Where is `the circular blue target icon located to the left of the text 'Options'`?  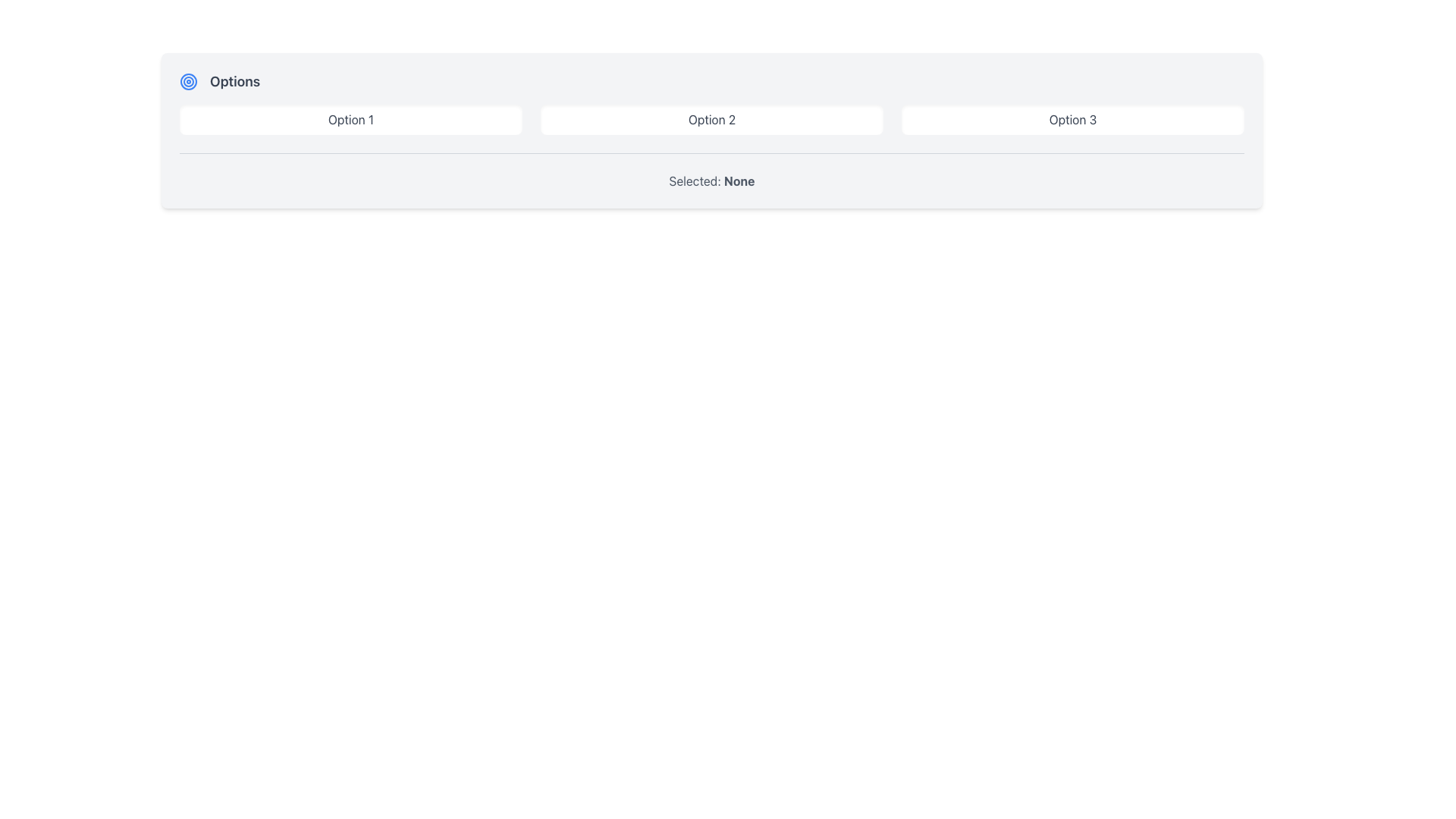 the circular blue target icon located to the left of the text 'Options' is located at coordinates (188, 82).